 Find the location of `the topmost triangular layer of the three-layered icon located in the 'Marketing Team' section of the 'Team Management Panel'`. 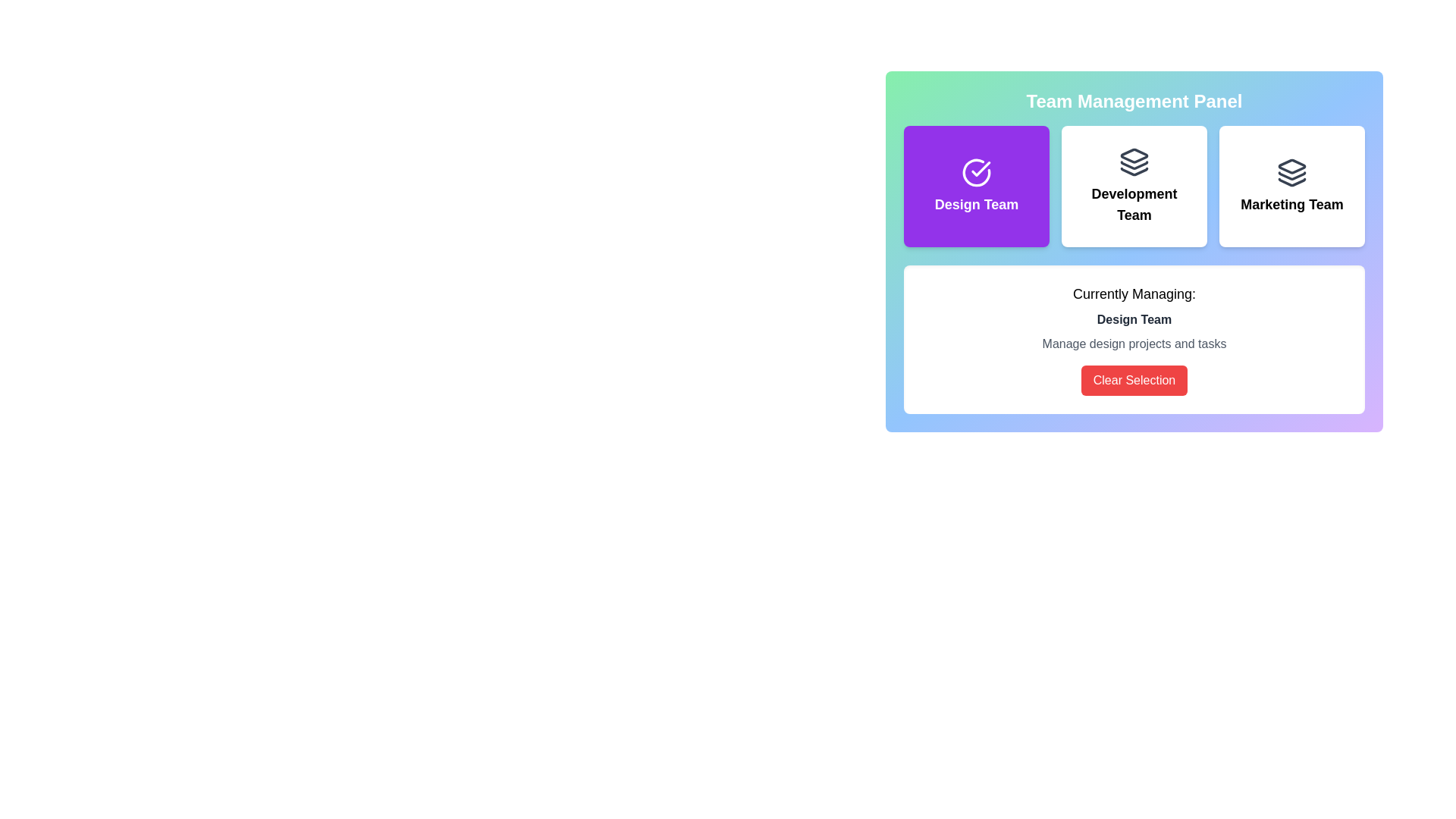

the topmost triangular layer of the three-layered icon located in the 'Marketing Team' section of the 'Team Management Panel' is located at coordinates (1291, 166).